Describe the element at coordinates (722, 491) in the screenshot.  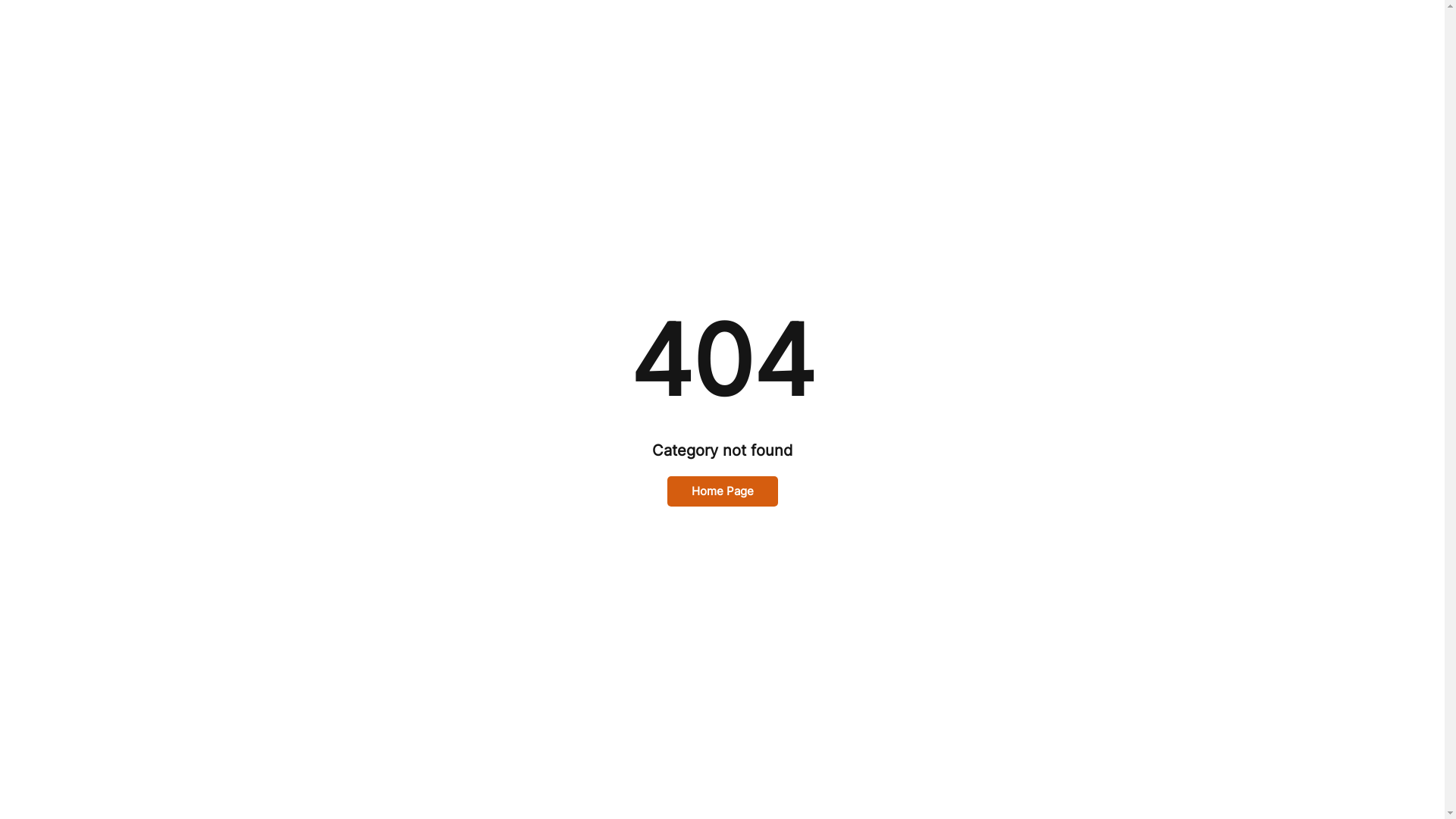
I see `'Home Page'` at that location.